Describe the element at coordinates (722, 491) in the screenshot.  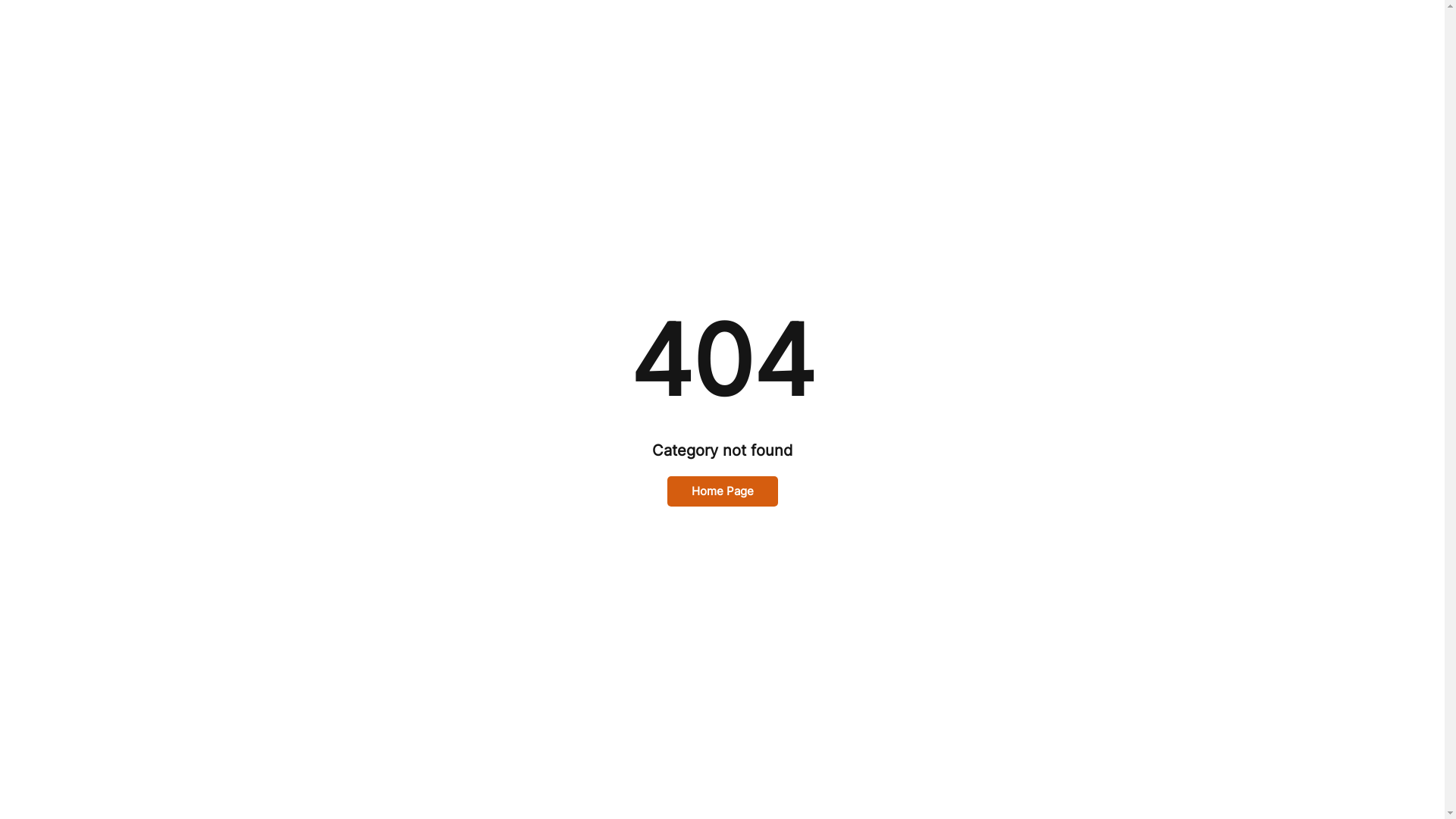
I see `'Home Page'` at that location.